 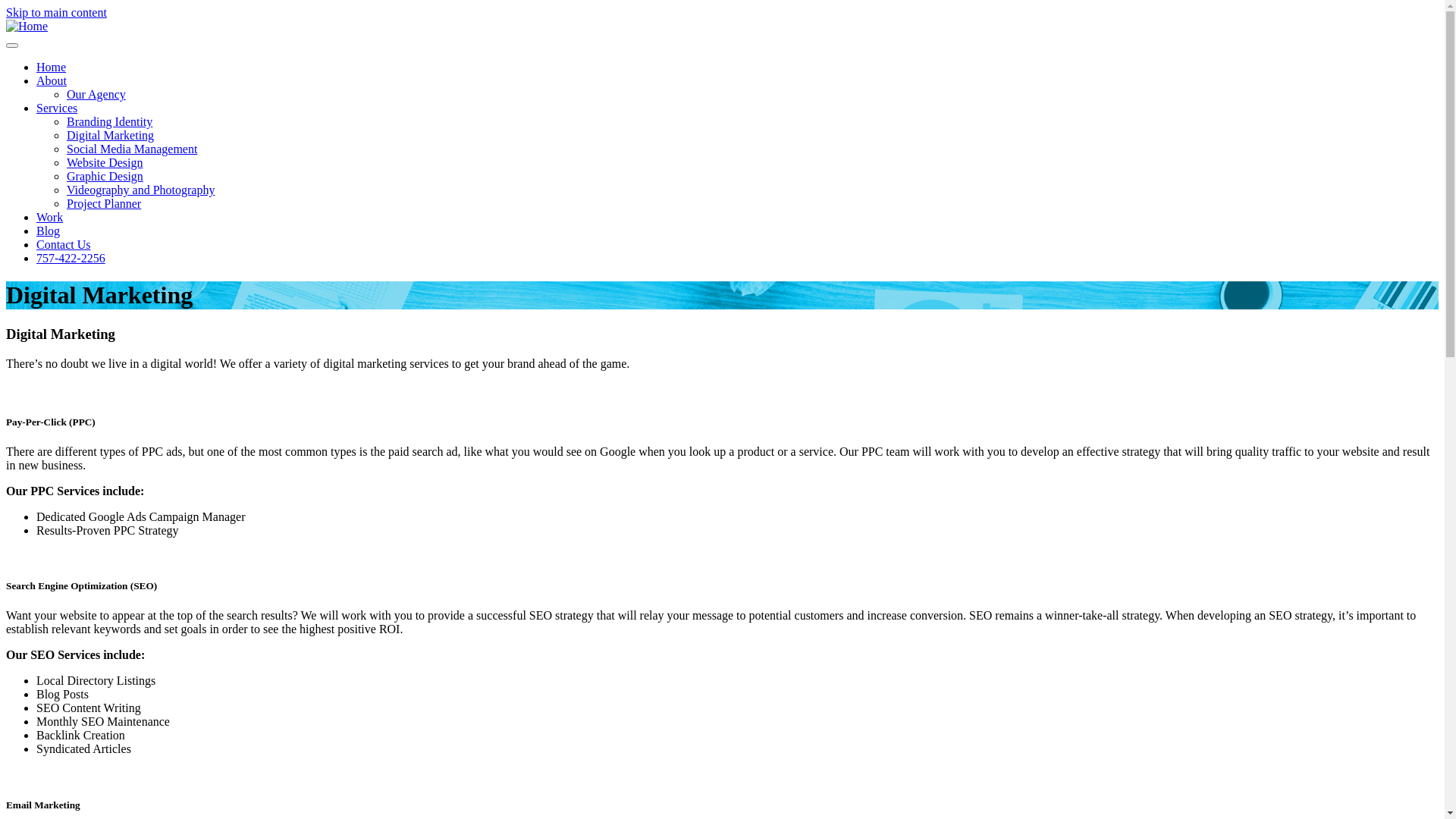 I want to click on 'Work', so click(x=49, y=217).